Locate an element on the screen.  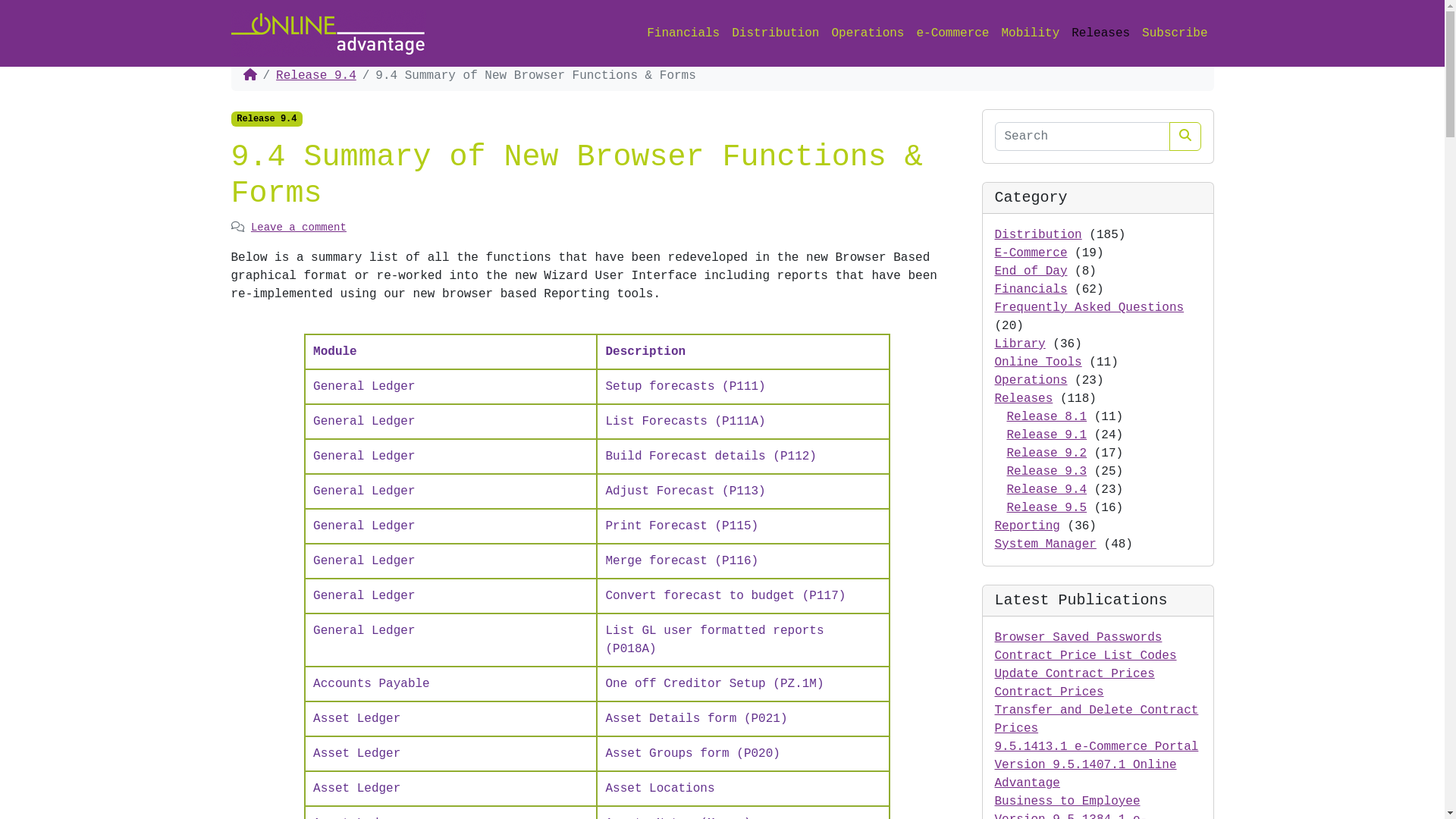
'Leave a comment' is located at coordinates (298, 227).